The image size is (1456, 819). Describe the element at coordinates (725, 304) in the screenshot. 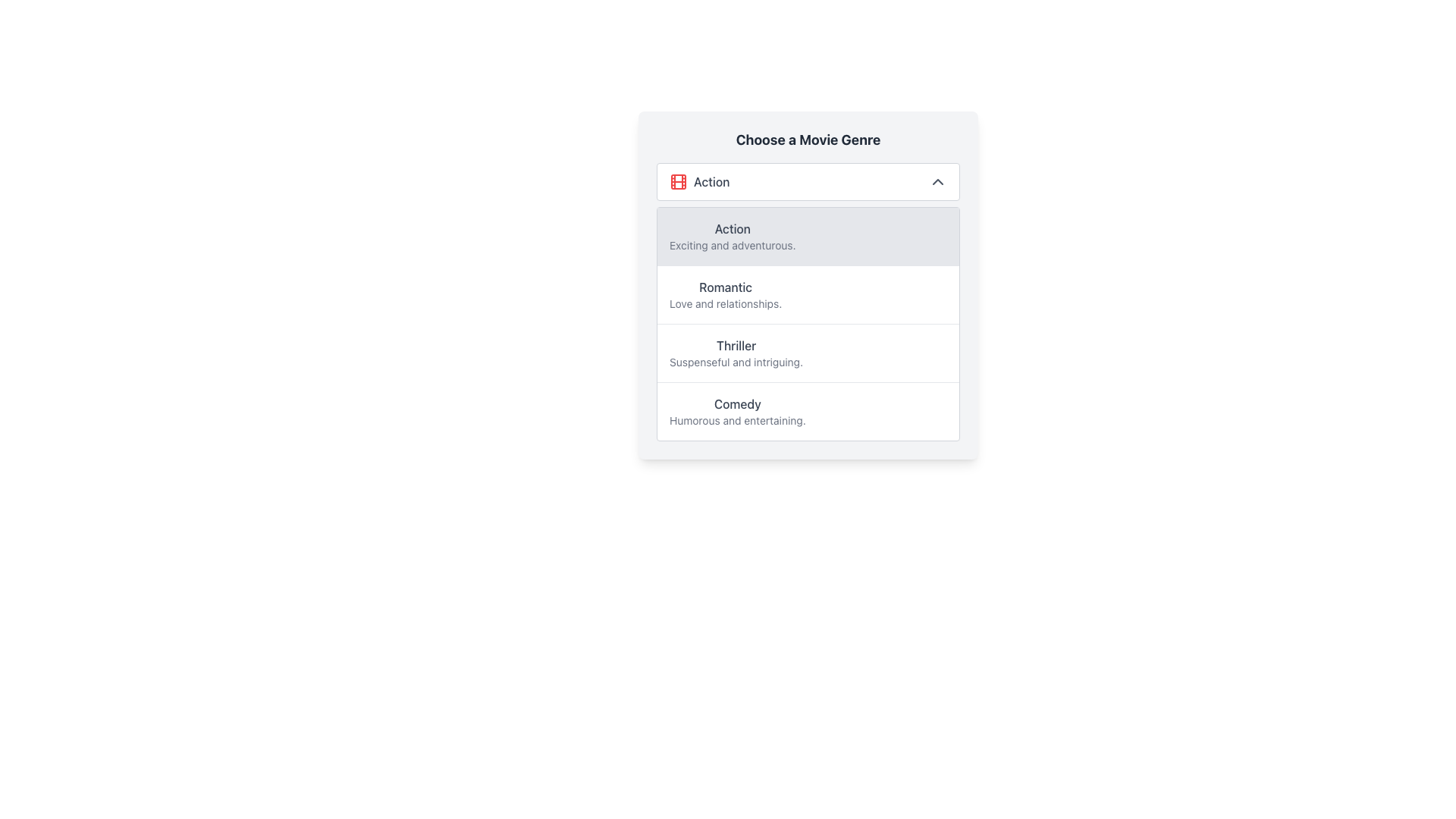

I see `the static text label that provides a description of the 'Romantic' movie genre, positioned directly below the 'Romantic' heading` at that location.